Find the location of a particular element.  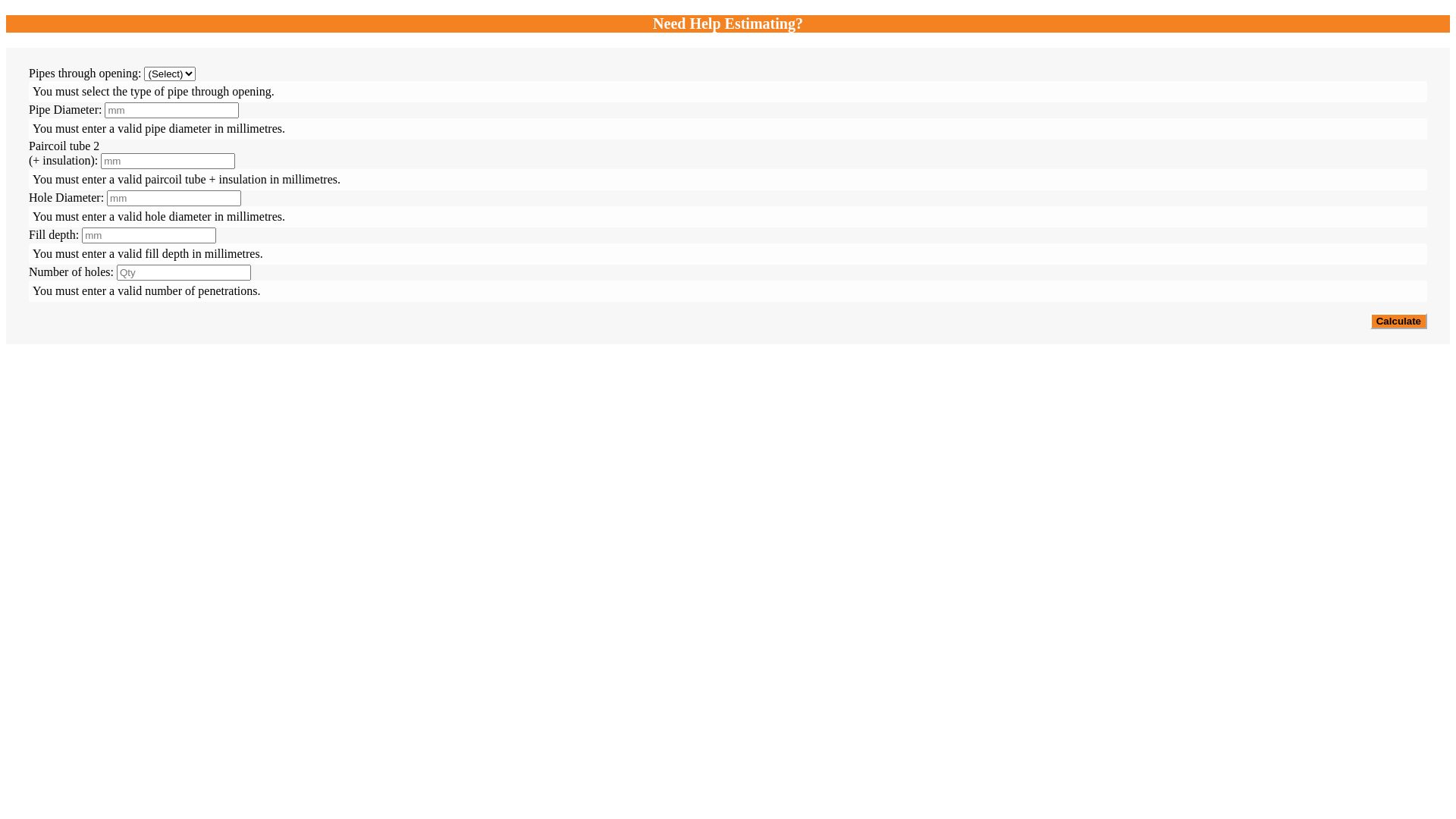

'Calculate' is located at coordinates (1398, 320).